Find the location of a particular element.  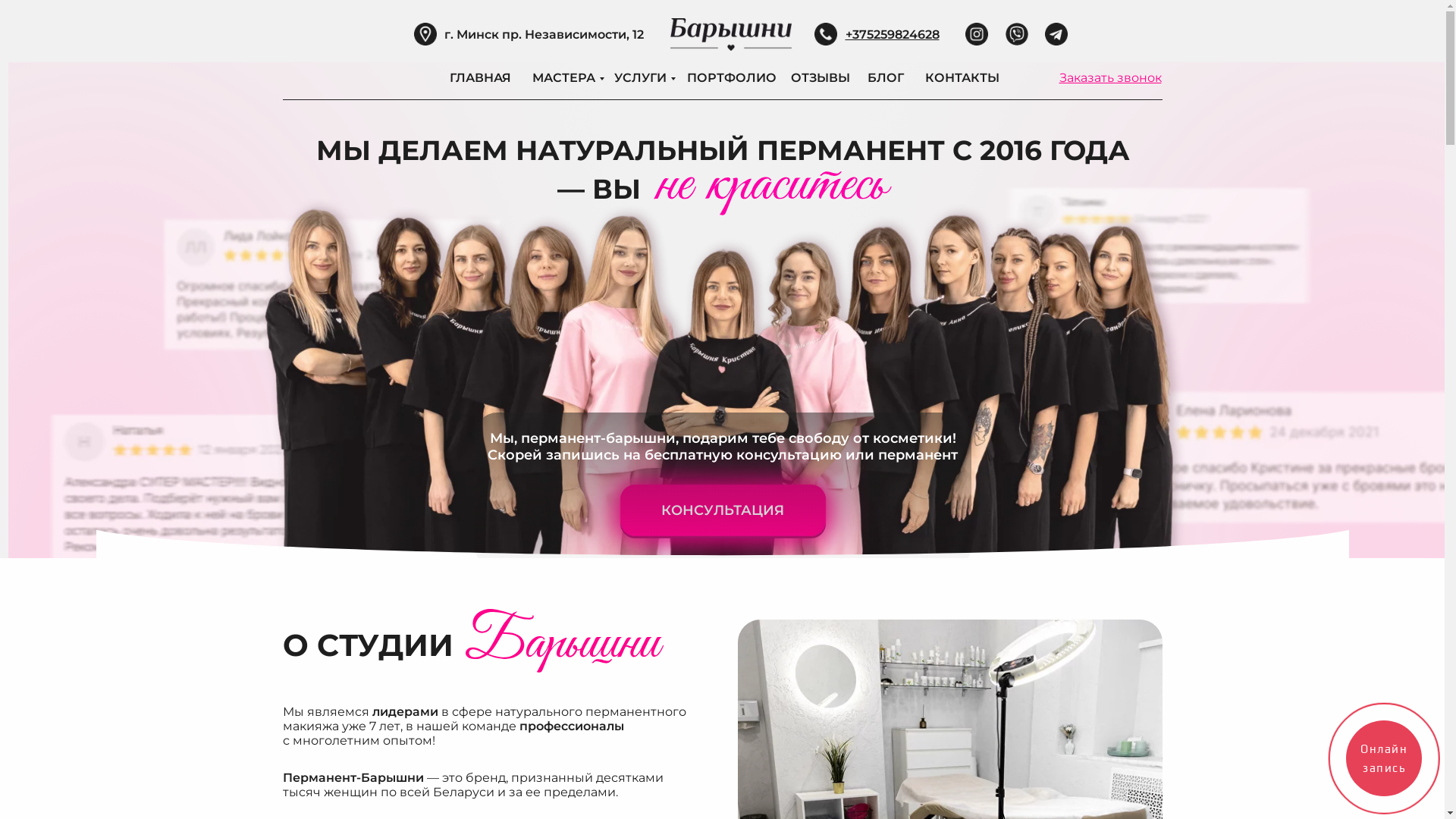

'+375259824628' is located at coordinates (892, 34).